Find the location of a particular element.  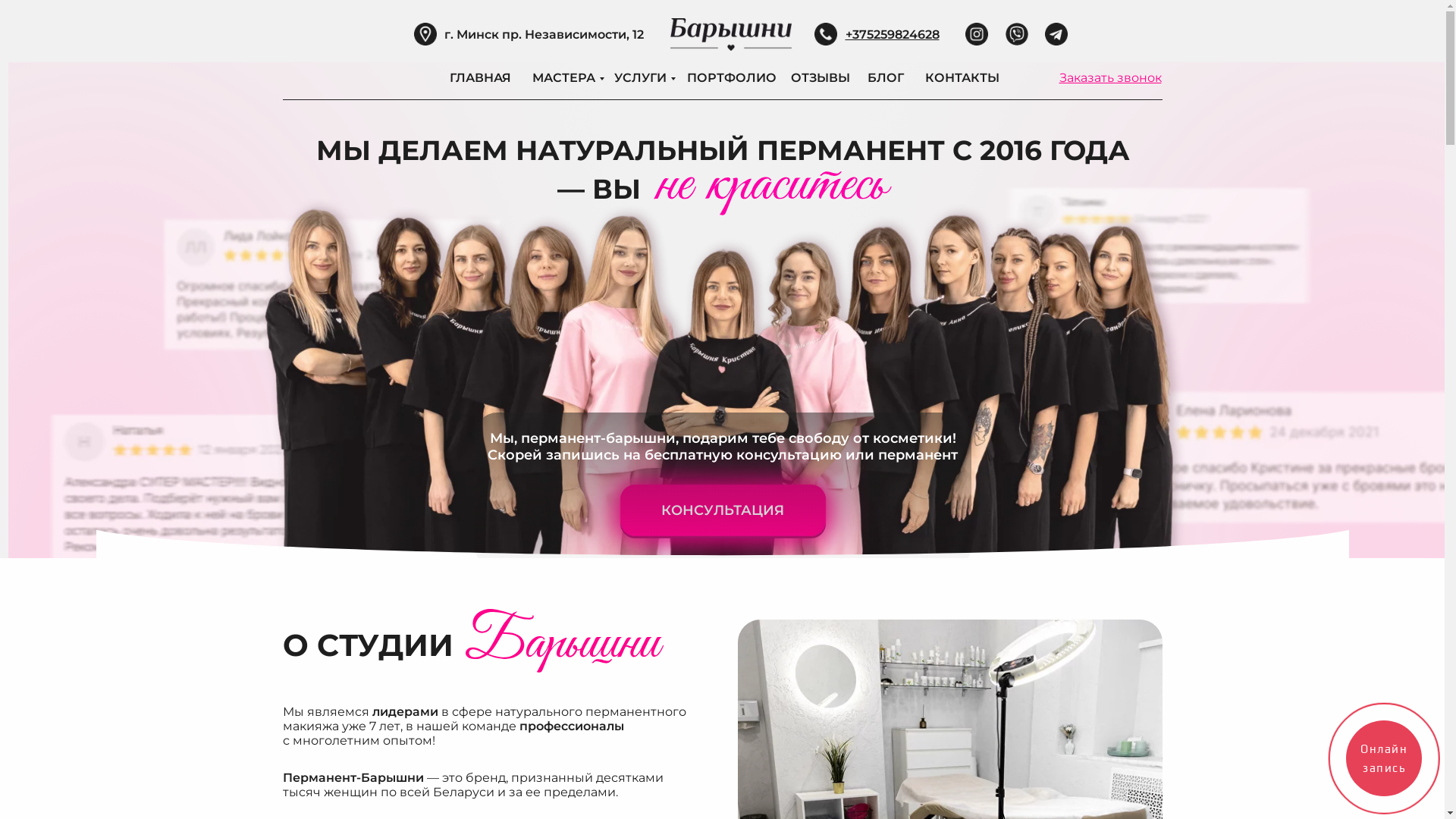

'+375259824628' is located at coordinates (892, 34).